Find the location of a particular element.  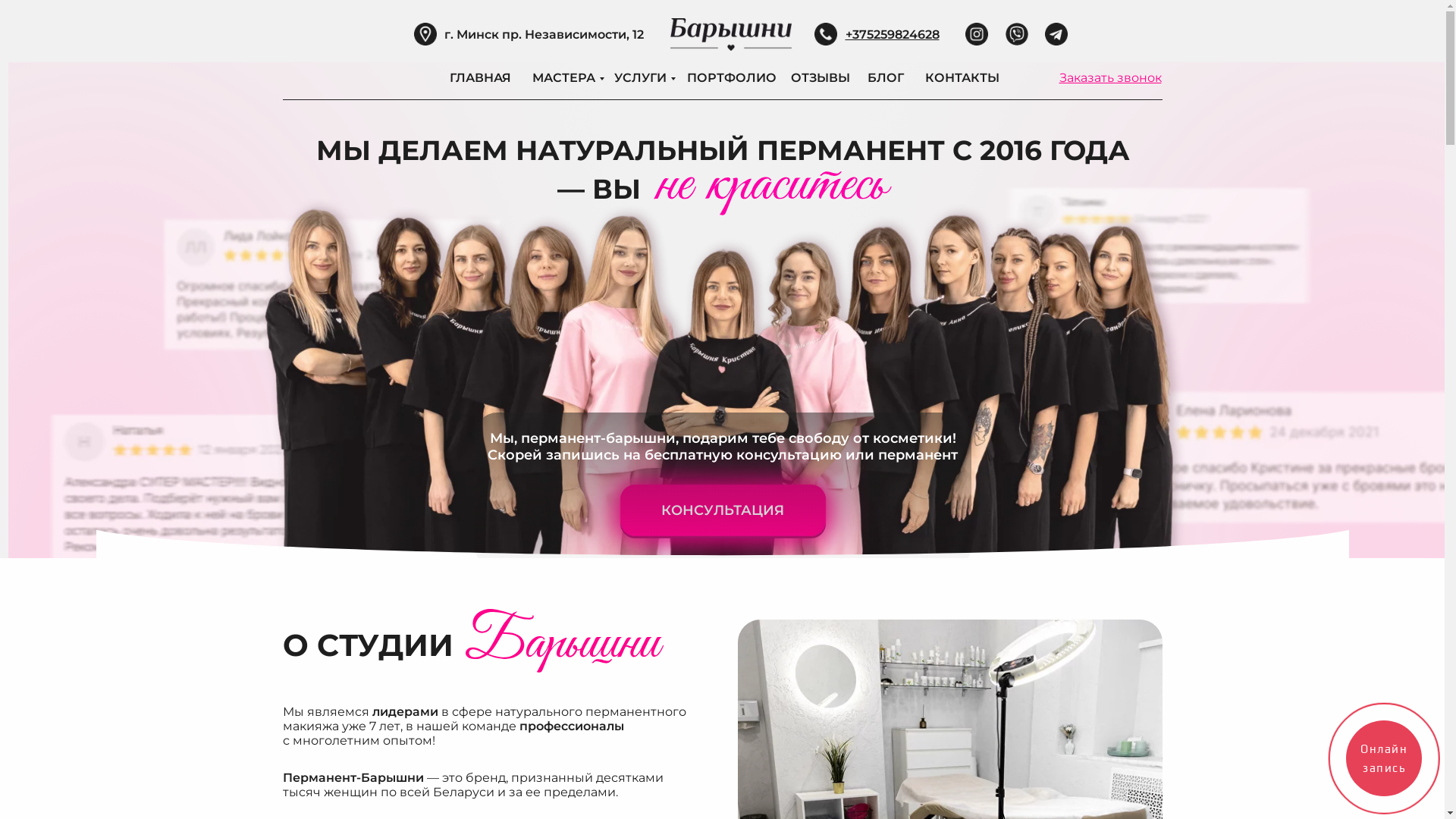

'+375259824628' is located at coordinates (892, 34).